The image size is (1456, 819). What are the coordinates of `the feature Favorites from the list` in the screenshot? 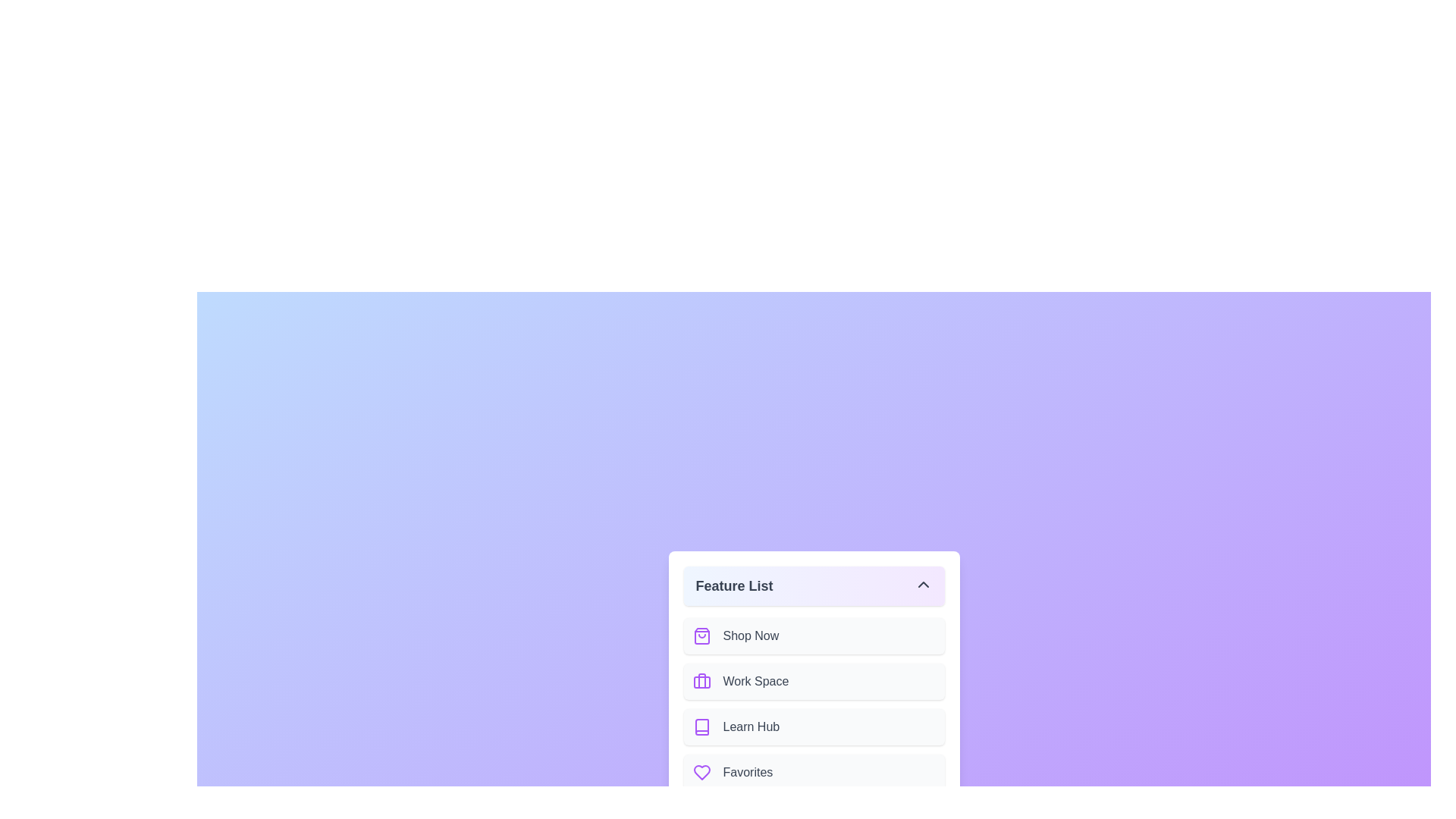 It's located at (813, 772).